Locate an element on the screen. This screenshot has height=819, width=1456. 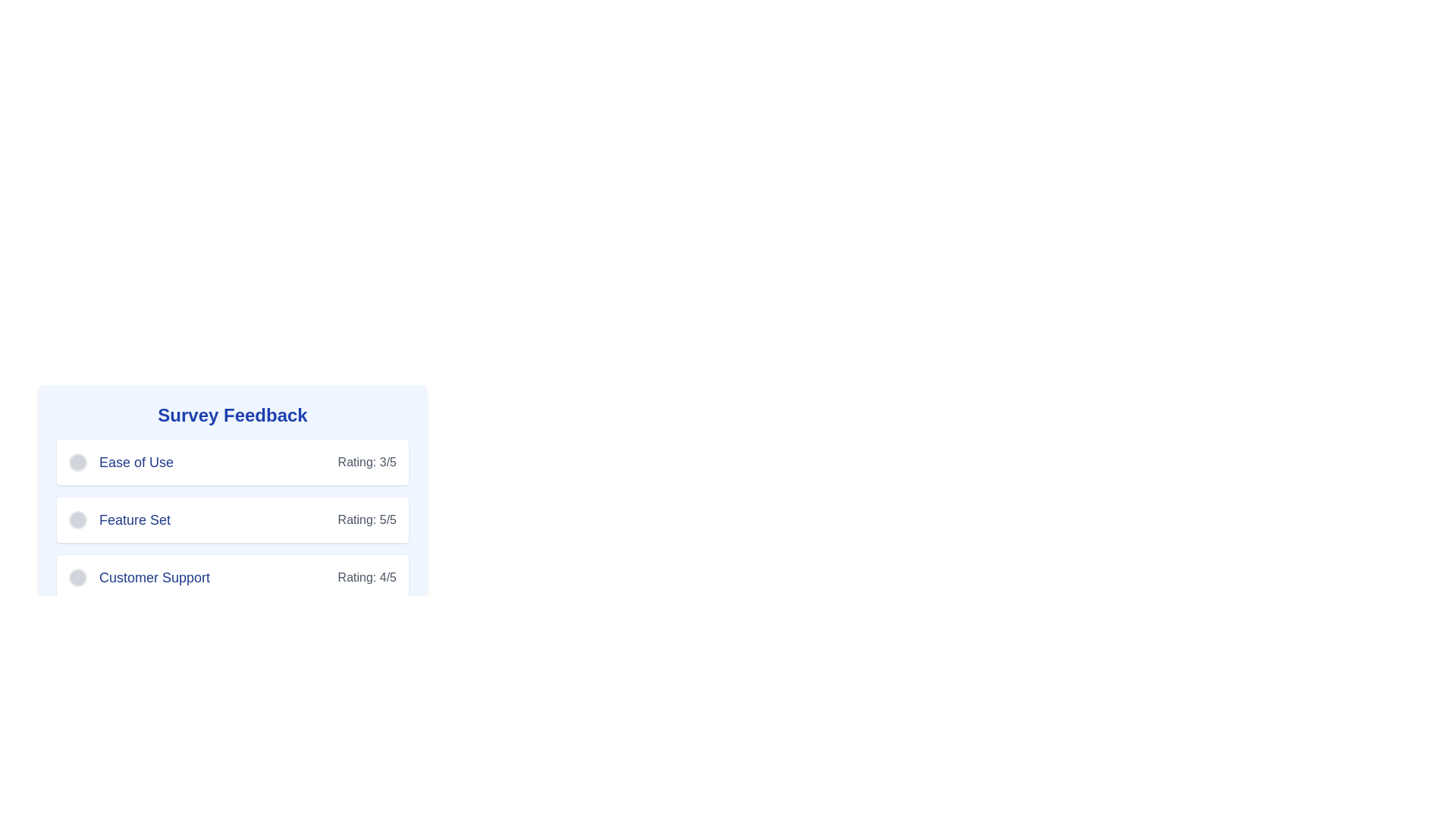
the 'Feature Set' label in the Survey Feedback section, which is the second row between 'Ease of Use' and 'Customer Support' is located at coordinates (134, 519).